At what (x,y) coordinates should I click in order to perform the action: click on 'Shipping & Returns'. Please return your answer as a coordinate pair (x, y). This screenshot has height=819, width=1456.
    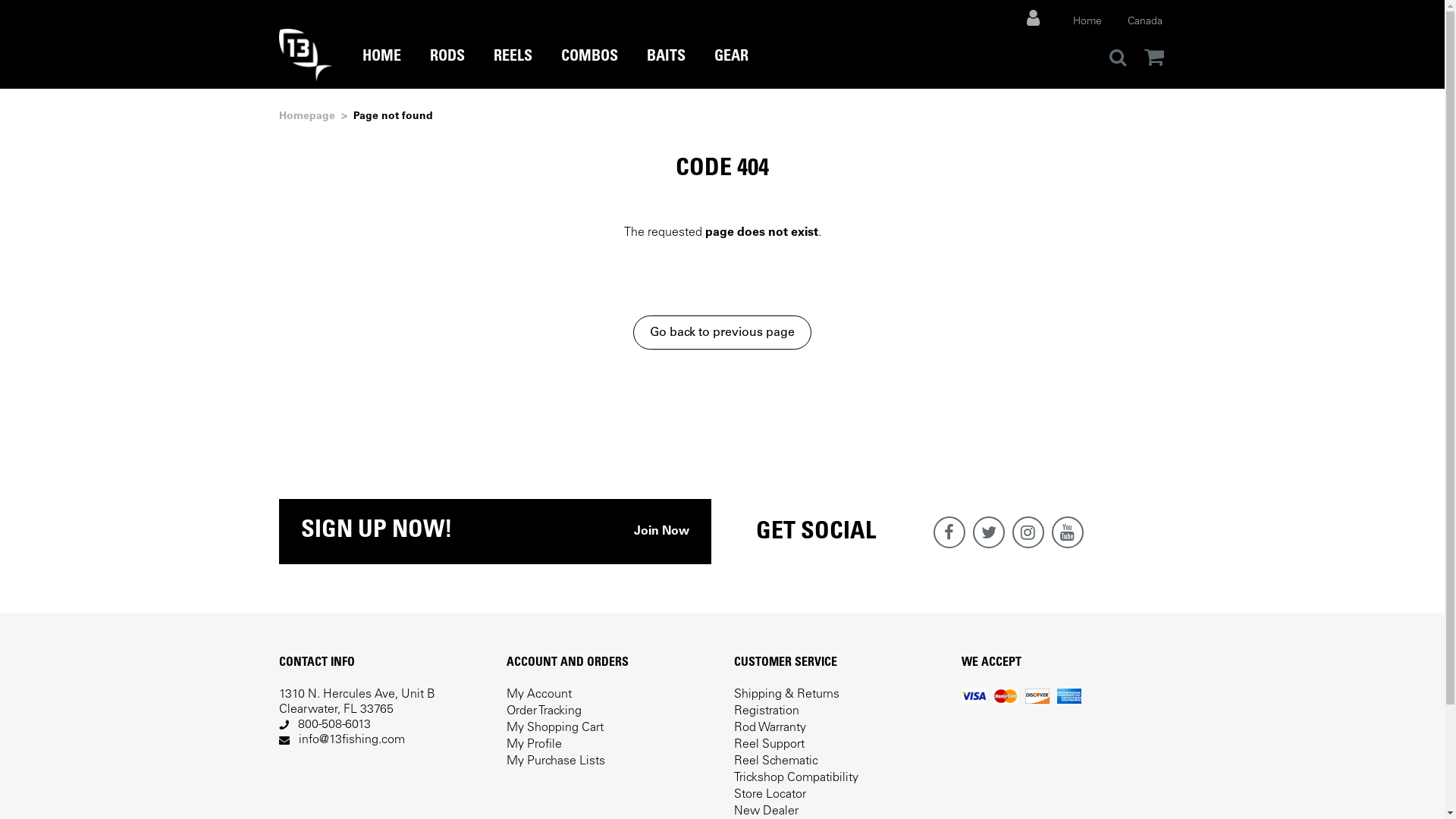
    Looking at the image, I should click on (786, 694).